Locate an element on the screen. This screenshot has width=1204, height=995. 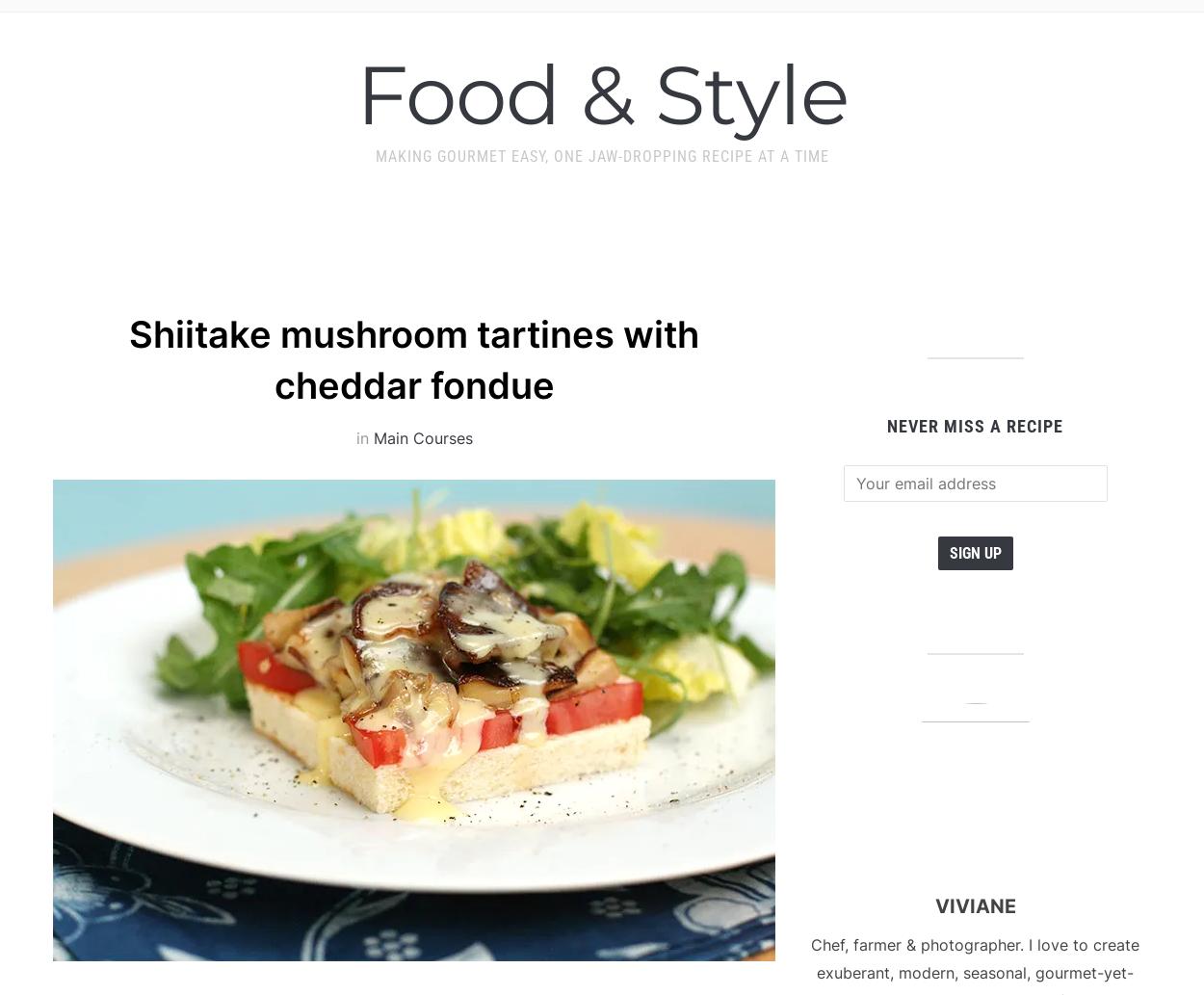
'Home' is located at coordinates (296, 32).